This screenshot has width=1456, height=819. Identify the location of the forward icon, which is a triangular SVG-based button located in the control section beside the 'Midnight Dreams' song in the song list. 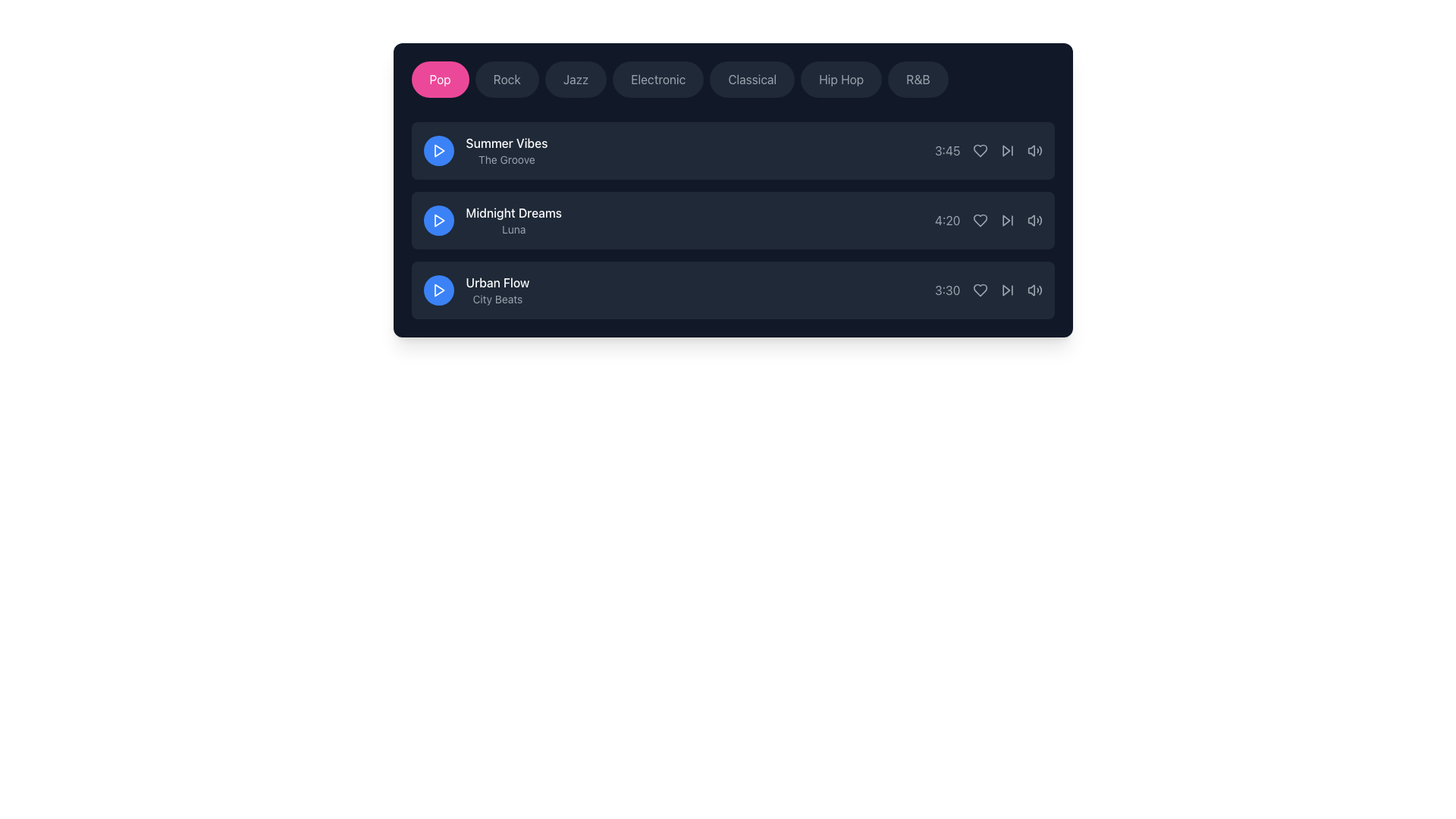
(1006, 220).